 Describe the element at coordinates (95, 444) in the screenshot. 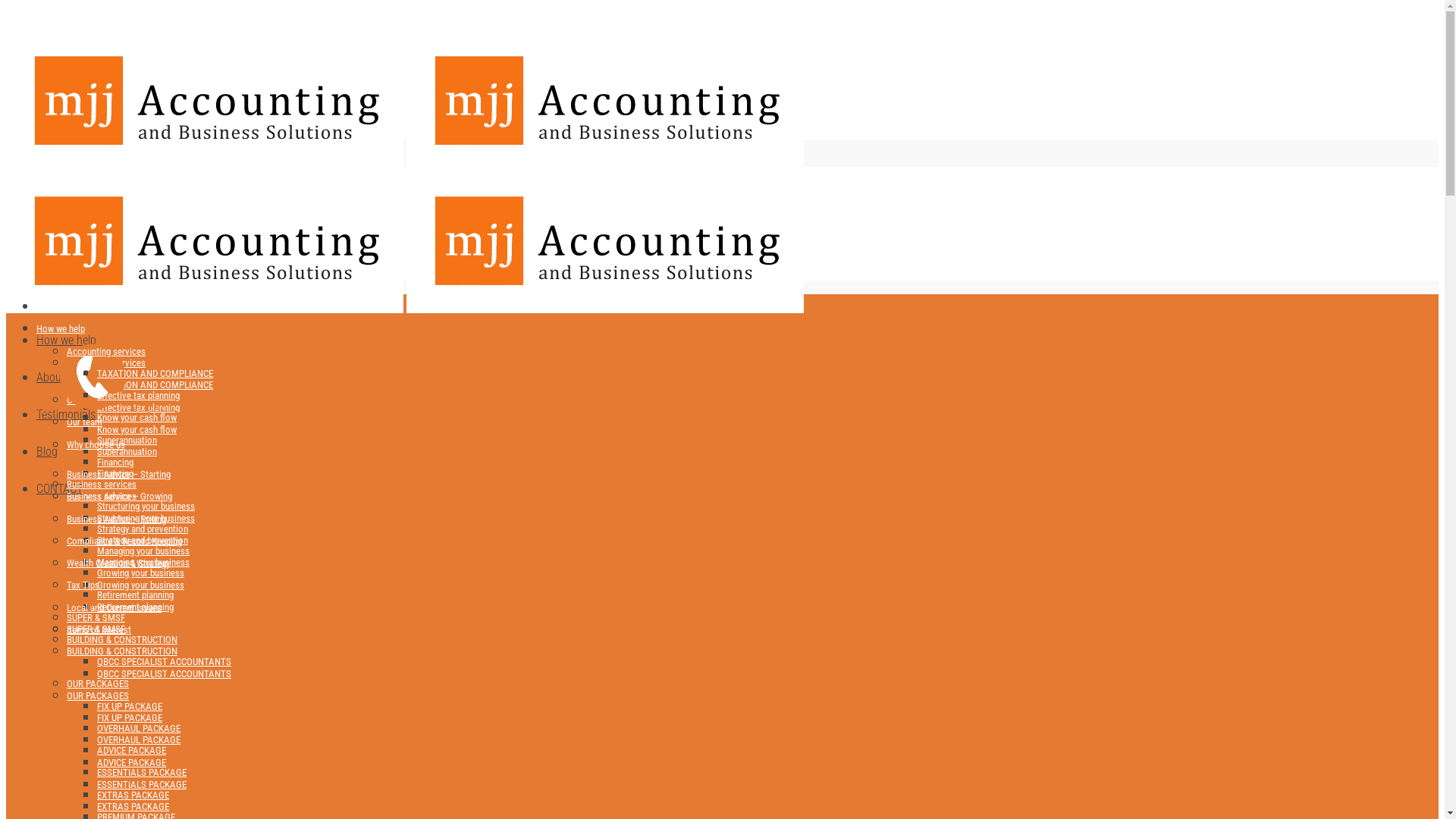

I see `'Why choose us'` at that location.